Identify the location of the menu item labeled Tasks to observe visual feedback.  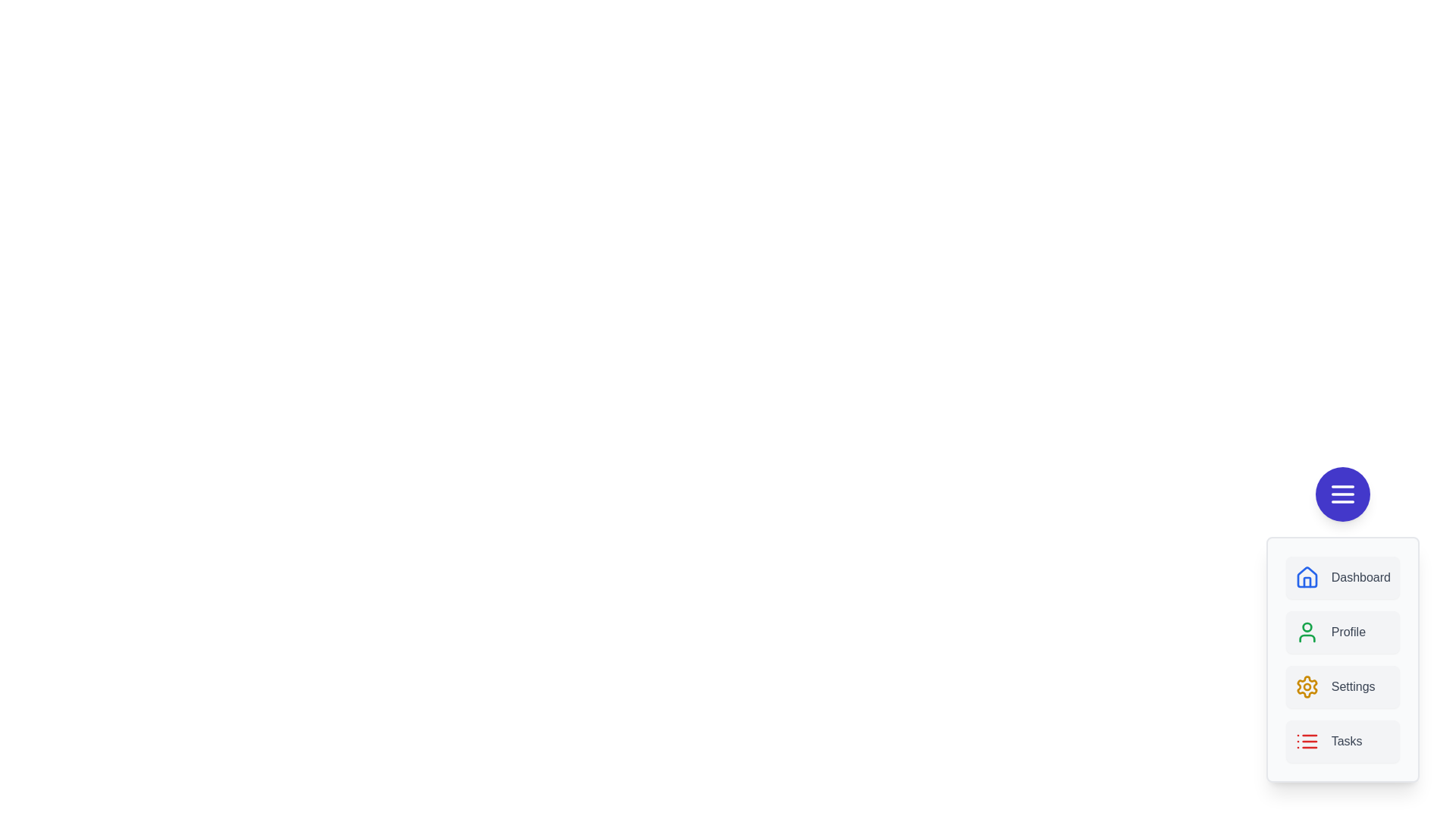
(1342, 741).